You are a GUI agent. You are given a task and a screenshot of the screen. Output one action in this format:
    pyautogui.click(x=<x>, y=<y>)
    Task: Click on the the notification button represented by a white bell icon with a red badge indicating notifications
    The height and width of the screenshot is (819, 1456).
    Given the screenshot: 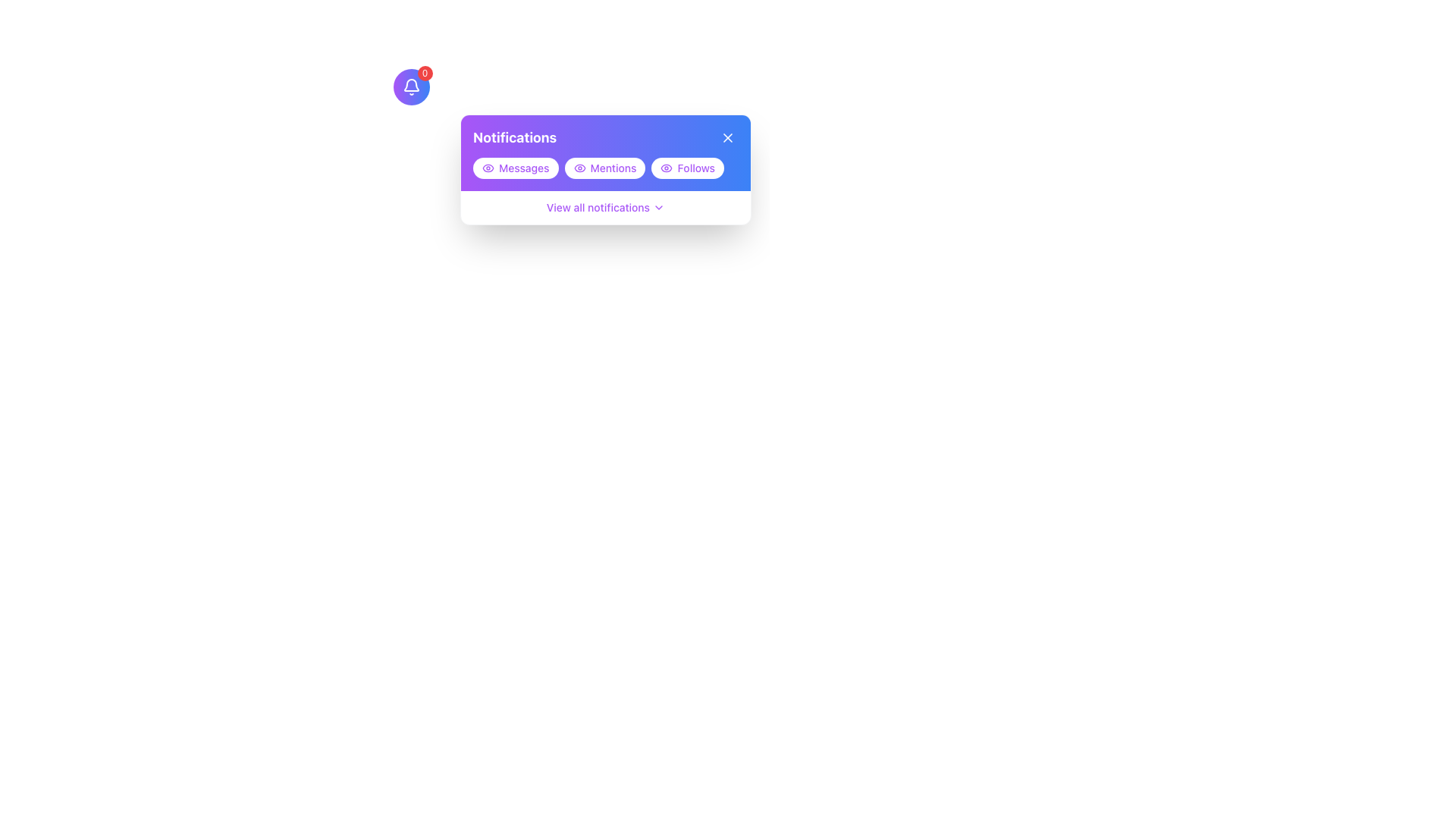 What is the action you would take?
    pyautogui.click(x=411, y=87)
    